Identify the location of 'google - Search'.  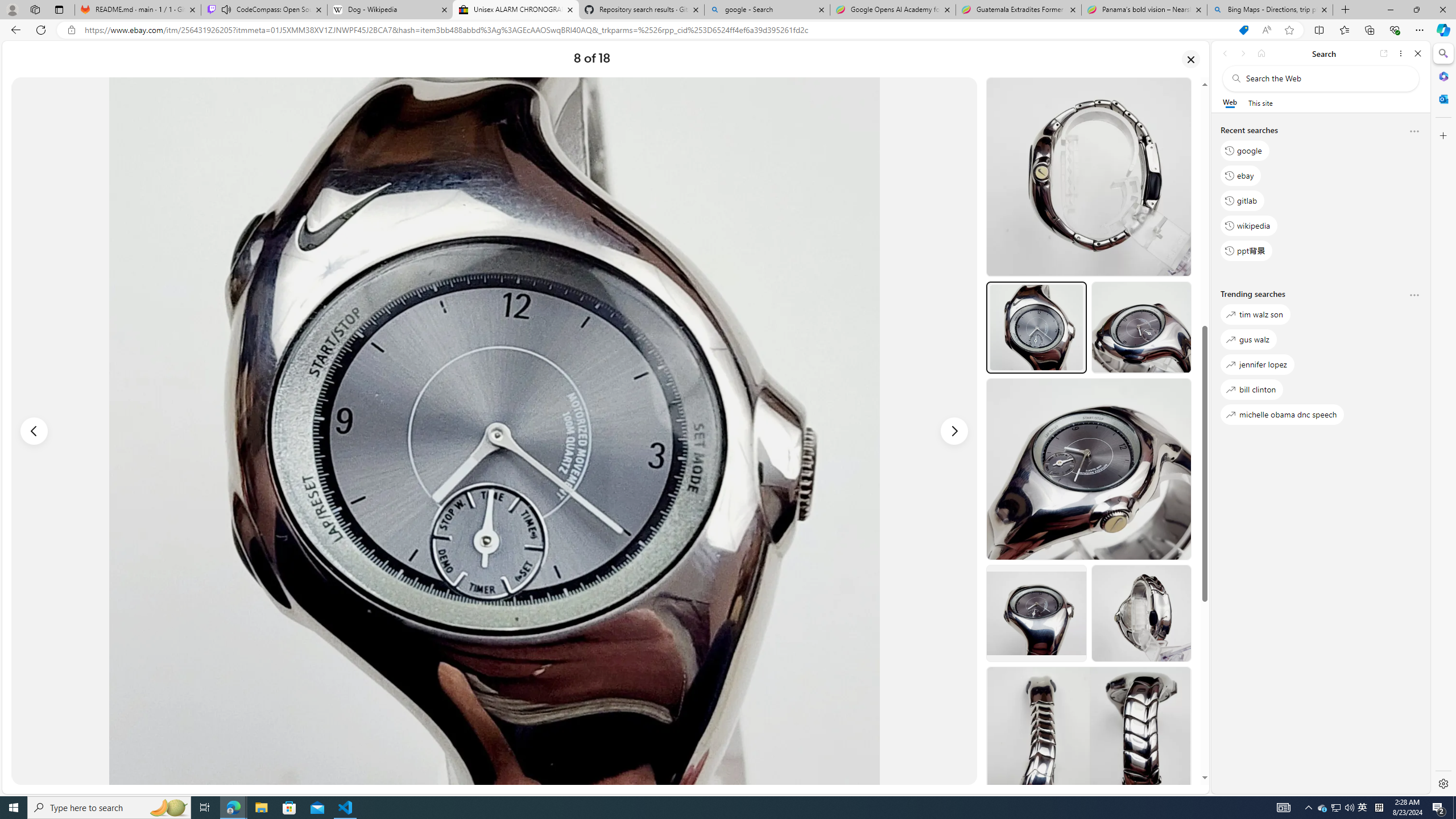
(766, 9).